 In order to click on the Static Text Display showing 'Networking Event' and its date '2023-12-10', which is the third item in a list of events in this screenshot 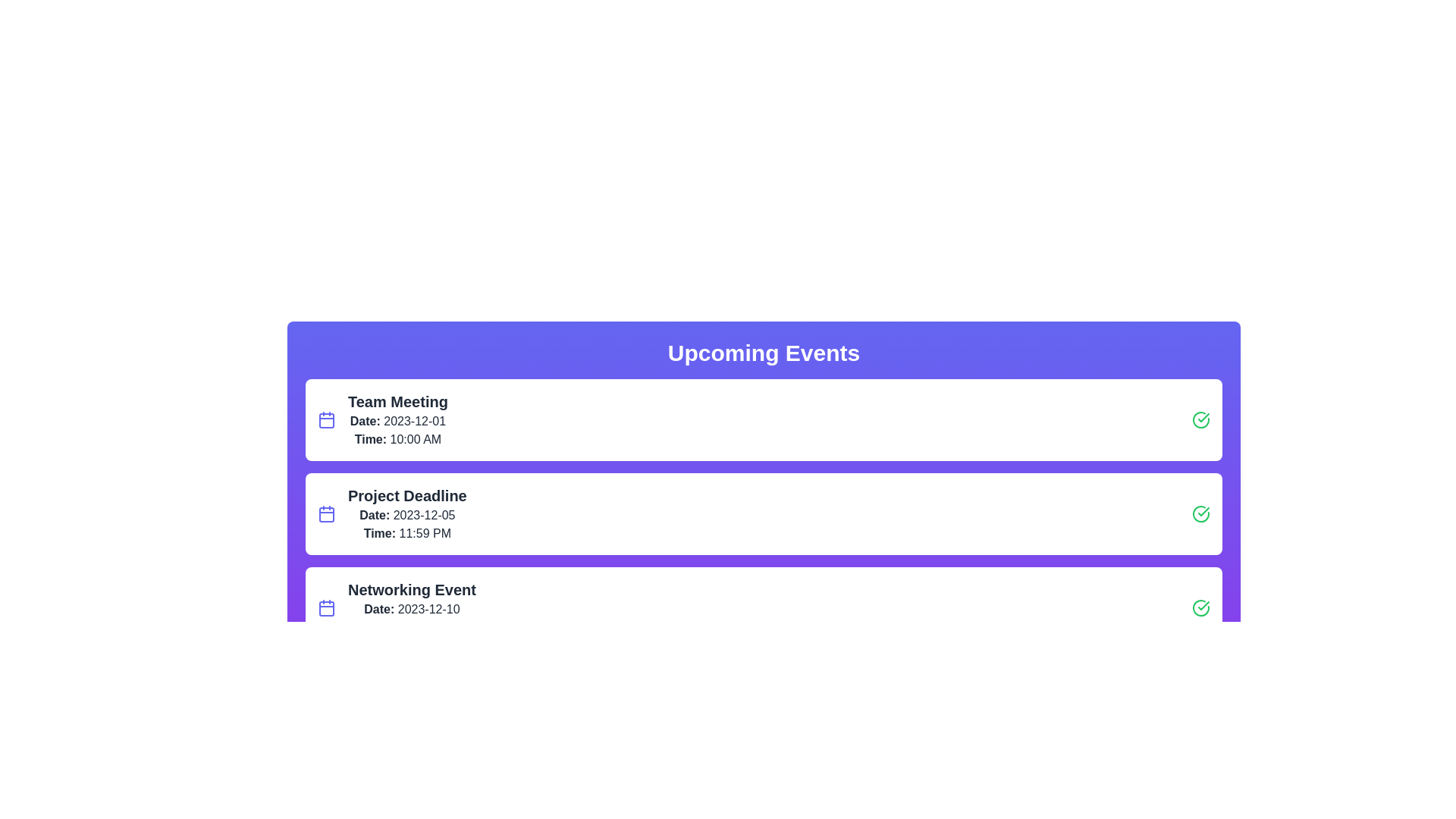, I will do `click(412, 607)`.